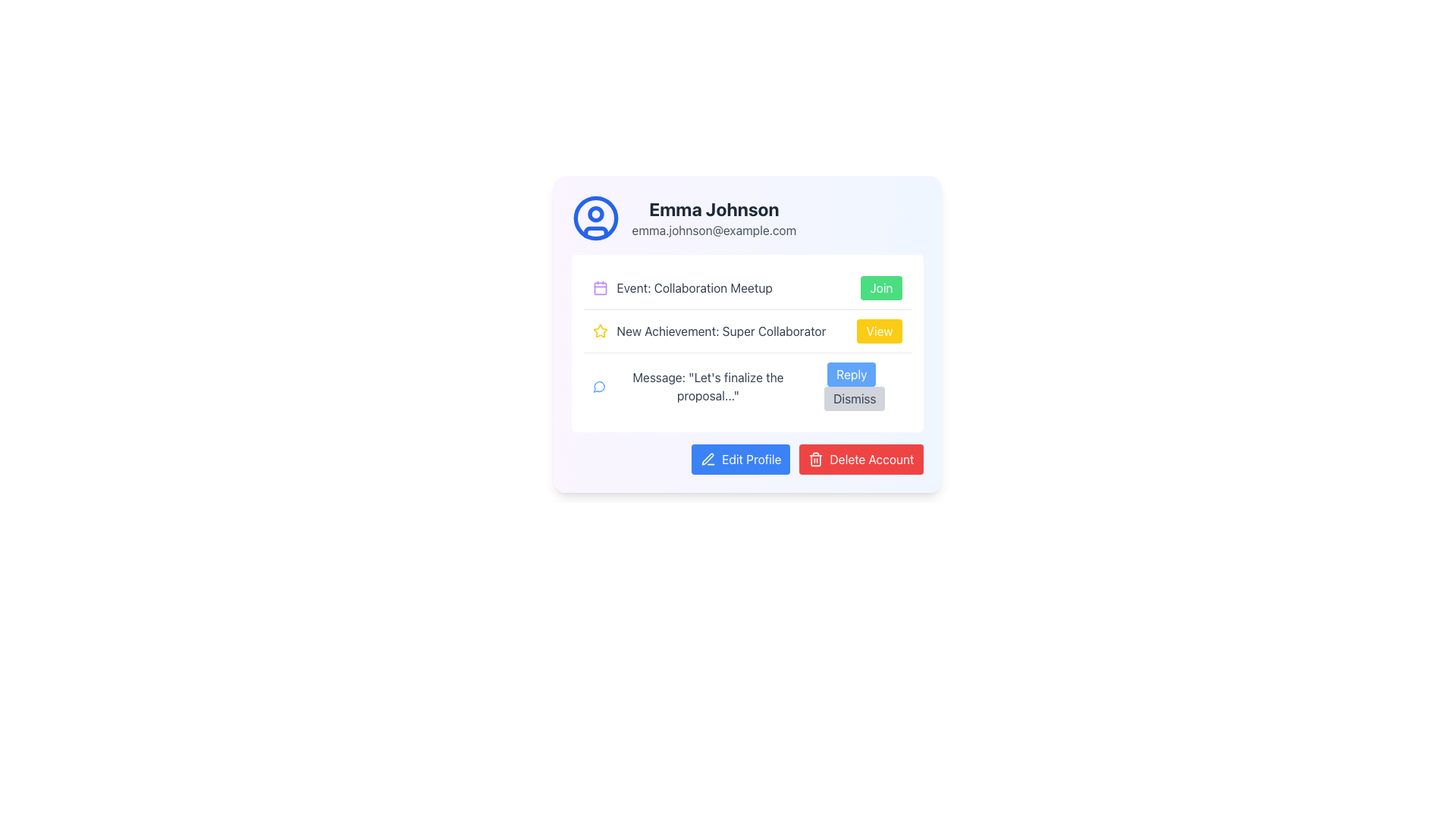 This screenshot has height=819, width=1456. What do you see at coordinates (881, 288) in the screenshot?
I see `the 'Join' button, which is a rectangular button with rounded corners, solid green background, and white text, located to the right of 'Event: Collaboration Meetup'` at bounding box center [881, 288].